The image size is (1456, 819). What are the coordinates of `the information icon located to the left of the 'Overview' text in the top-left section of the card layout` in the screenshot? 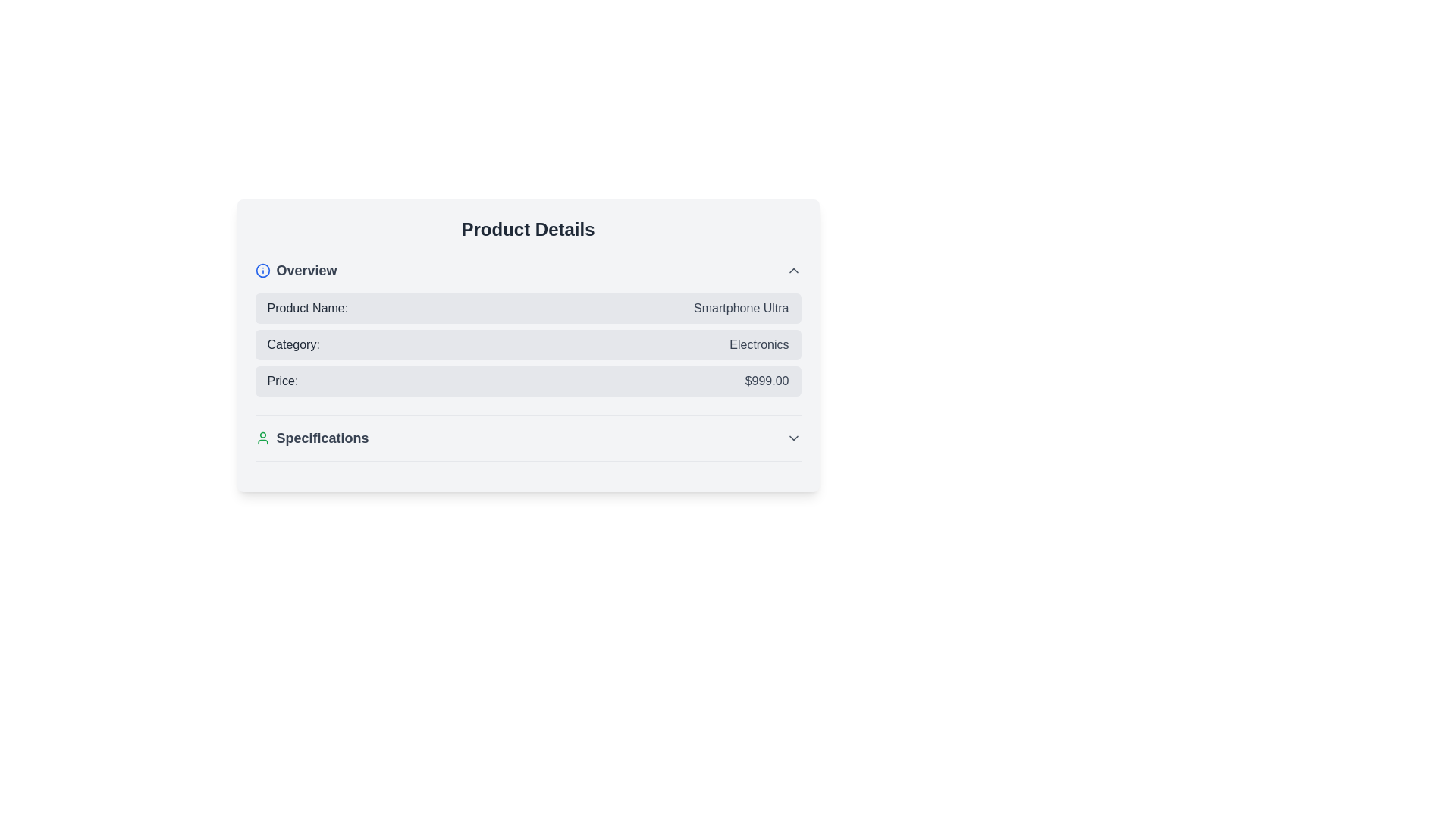 It's located at (262, 270).